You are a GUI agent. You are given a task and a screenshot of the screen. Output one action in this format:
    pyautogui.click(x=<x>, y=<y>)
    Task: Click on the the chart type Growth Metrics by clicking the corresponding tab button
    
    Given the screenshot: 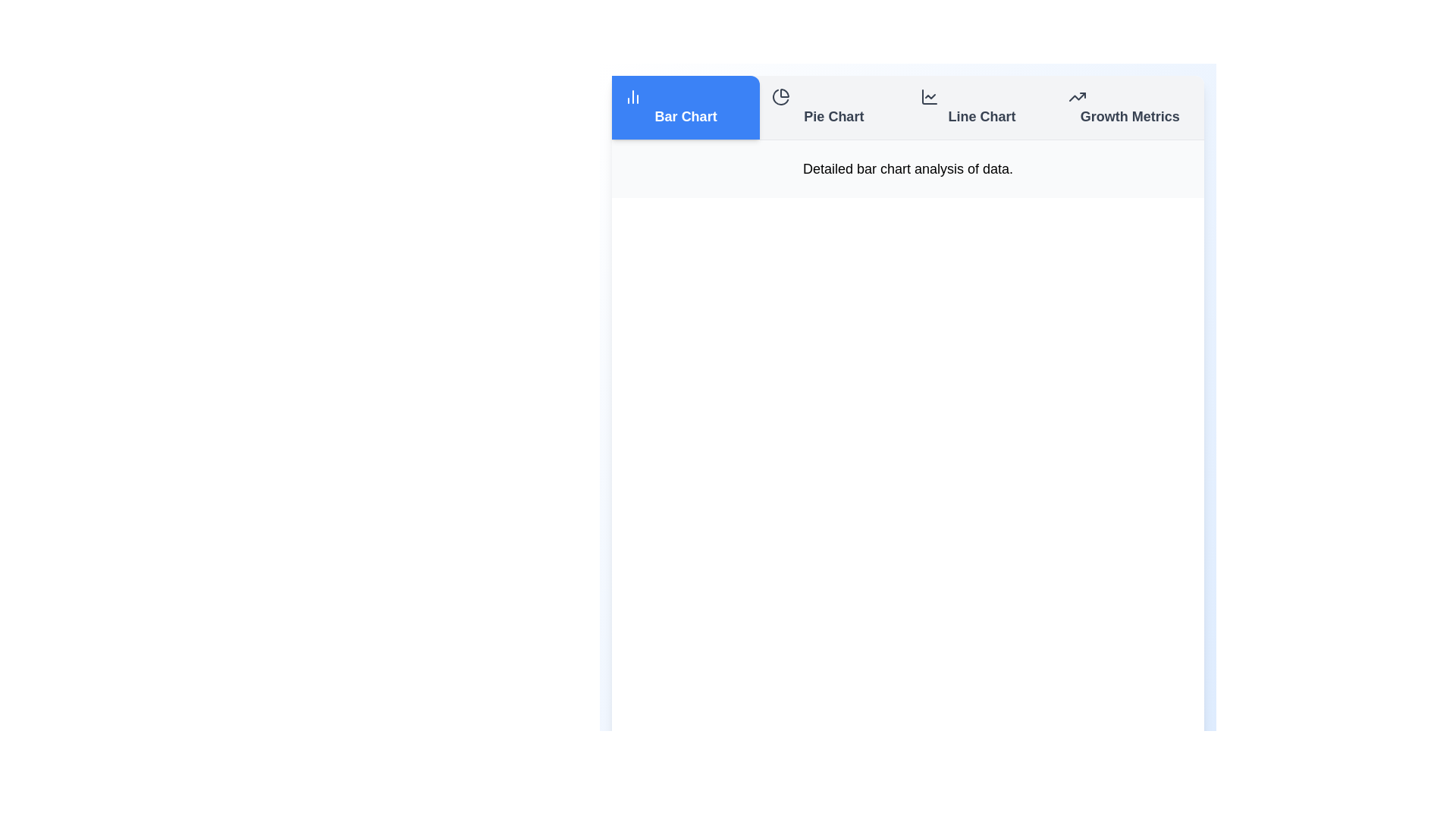 What is the action you would take?
    pyautogui.click(x=1130, y=107)
    